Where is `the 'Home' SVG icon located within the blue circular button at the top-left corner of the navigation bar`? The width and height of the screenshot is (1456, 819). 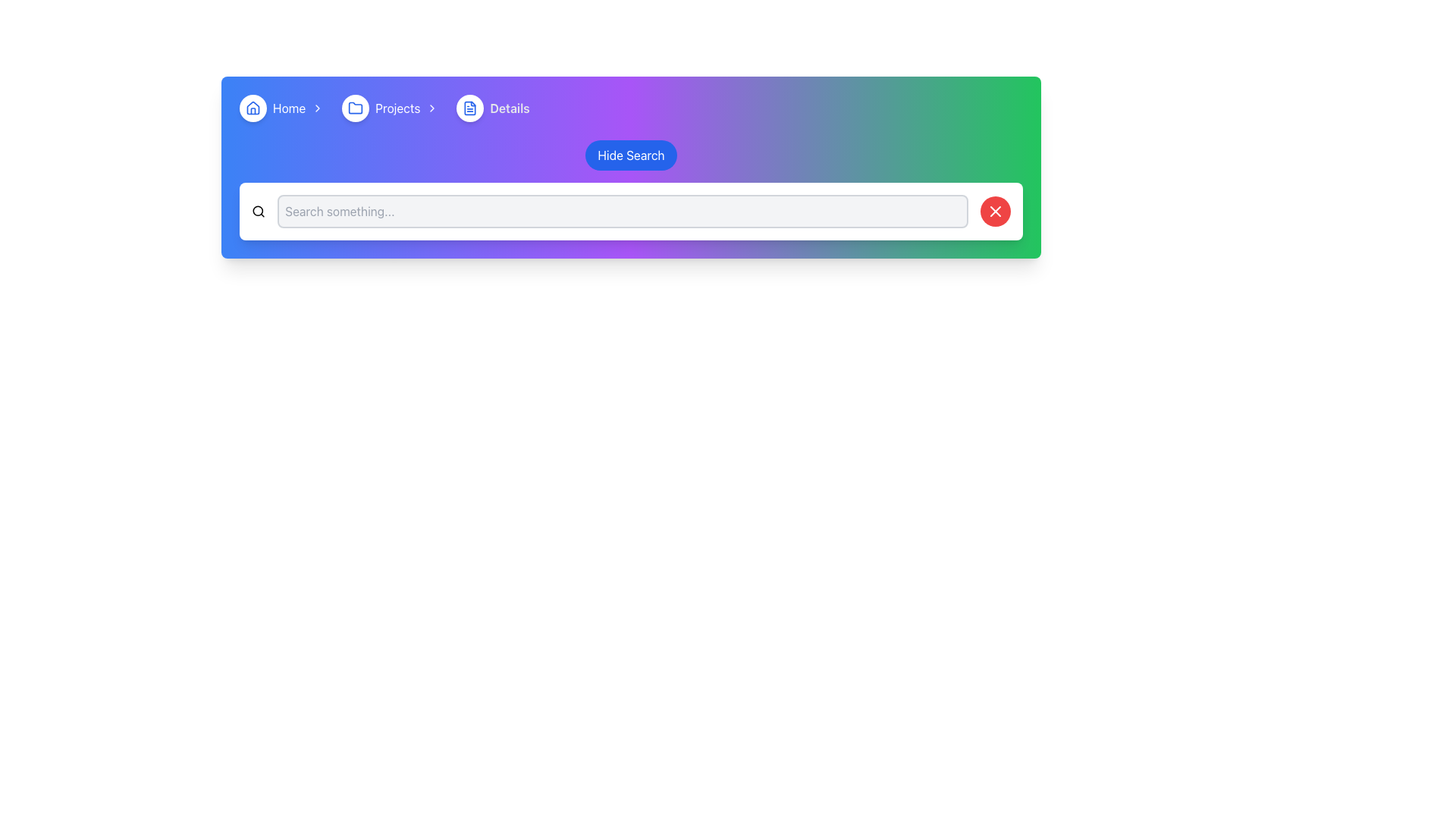 the 'Home' SVG icon located within the blue circular button at the top-left corner of the navigation bar is located at coordinates (253, 107).